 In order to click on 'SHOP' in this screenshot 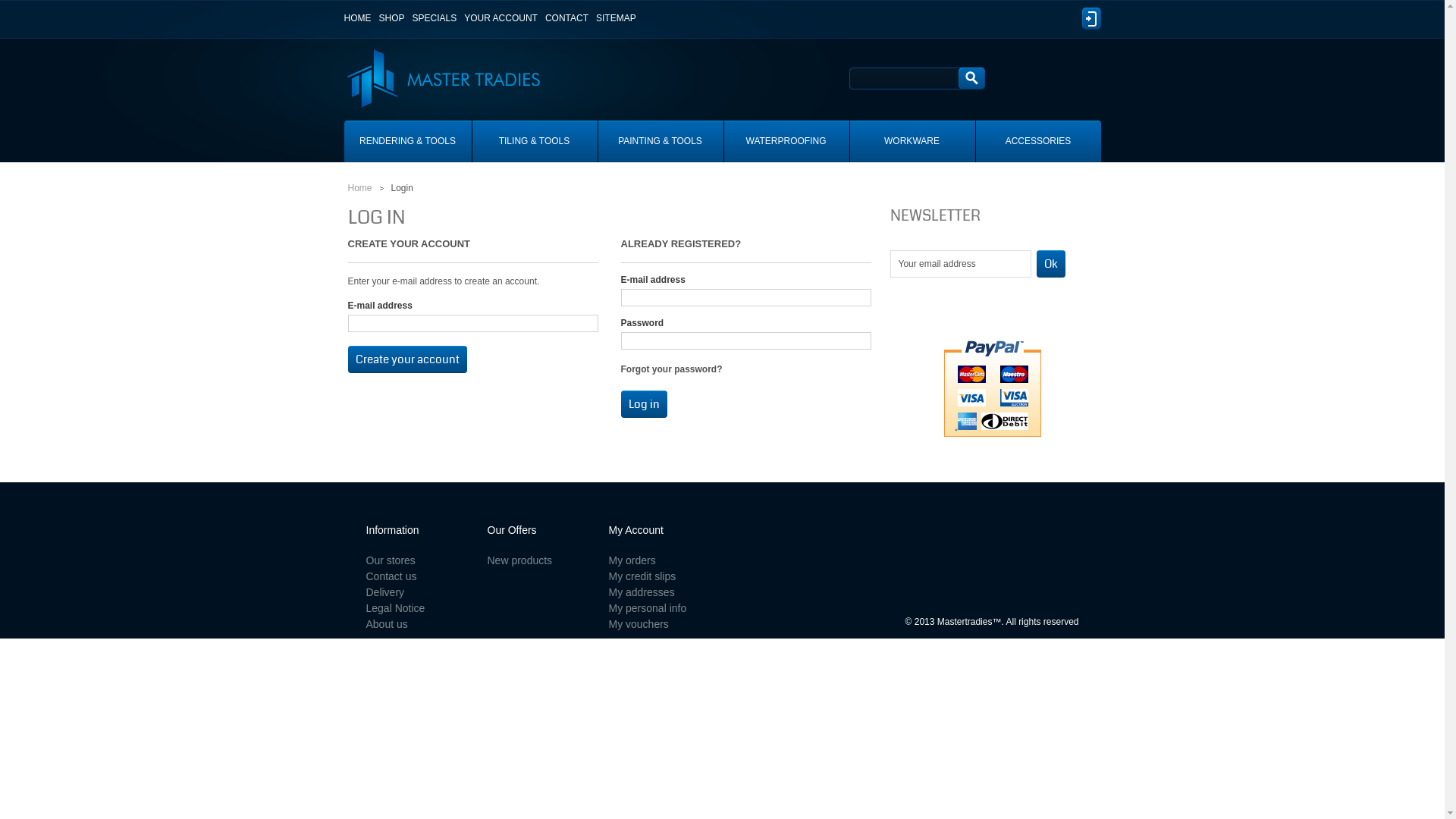, I will do `click(392, 17)`.